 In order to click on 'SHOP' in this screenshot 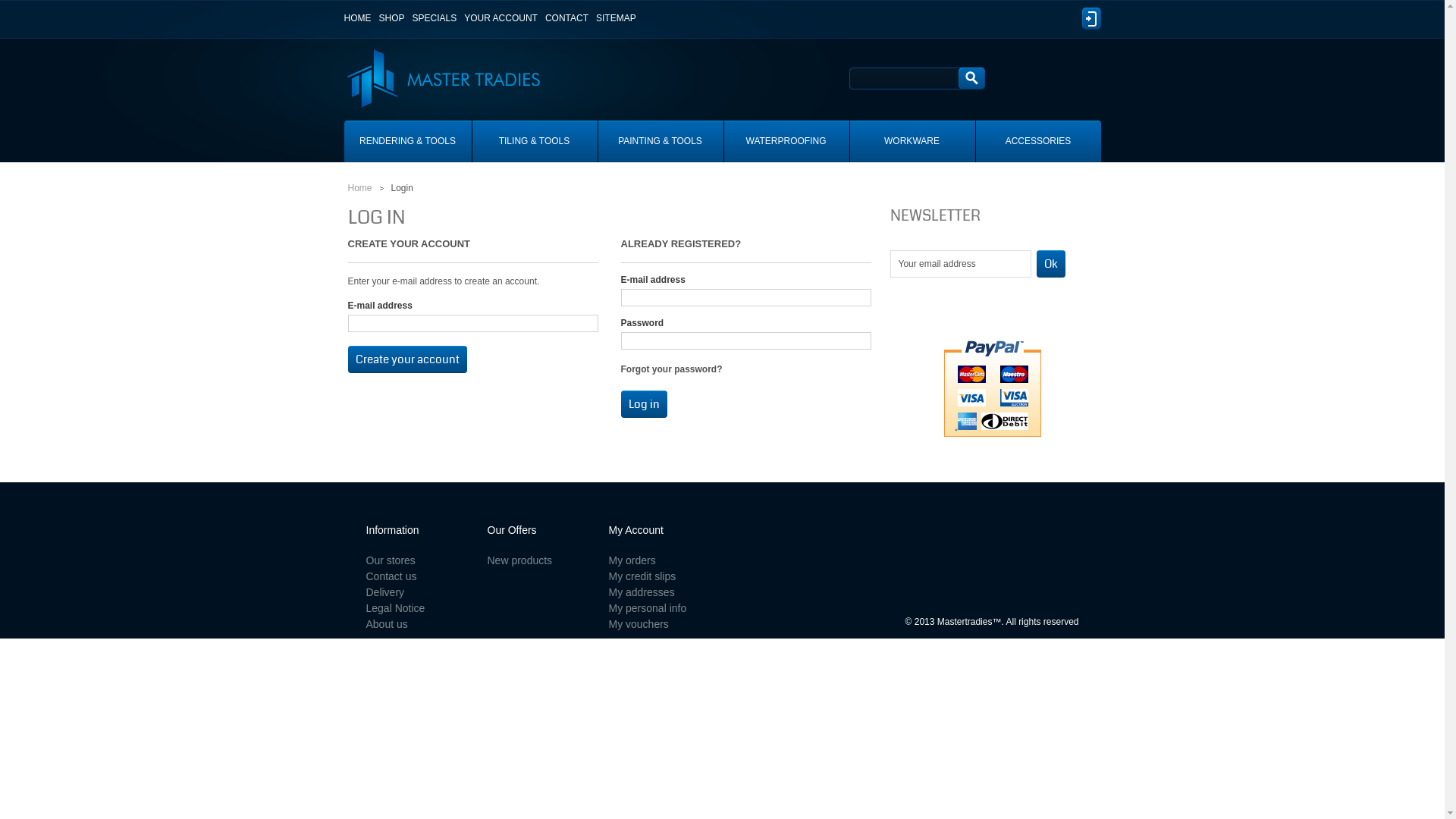, I will do `click(392, 17)`.